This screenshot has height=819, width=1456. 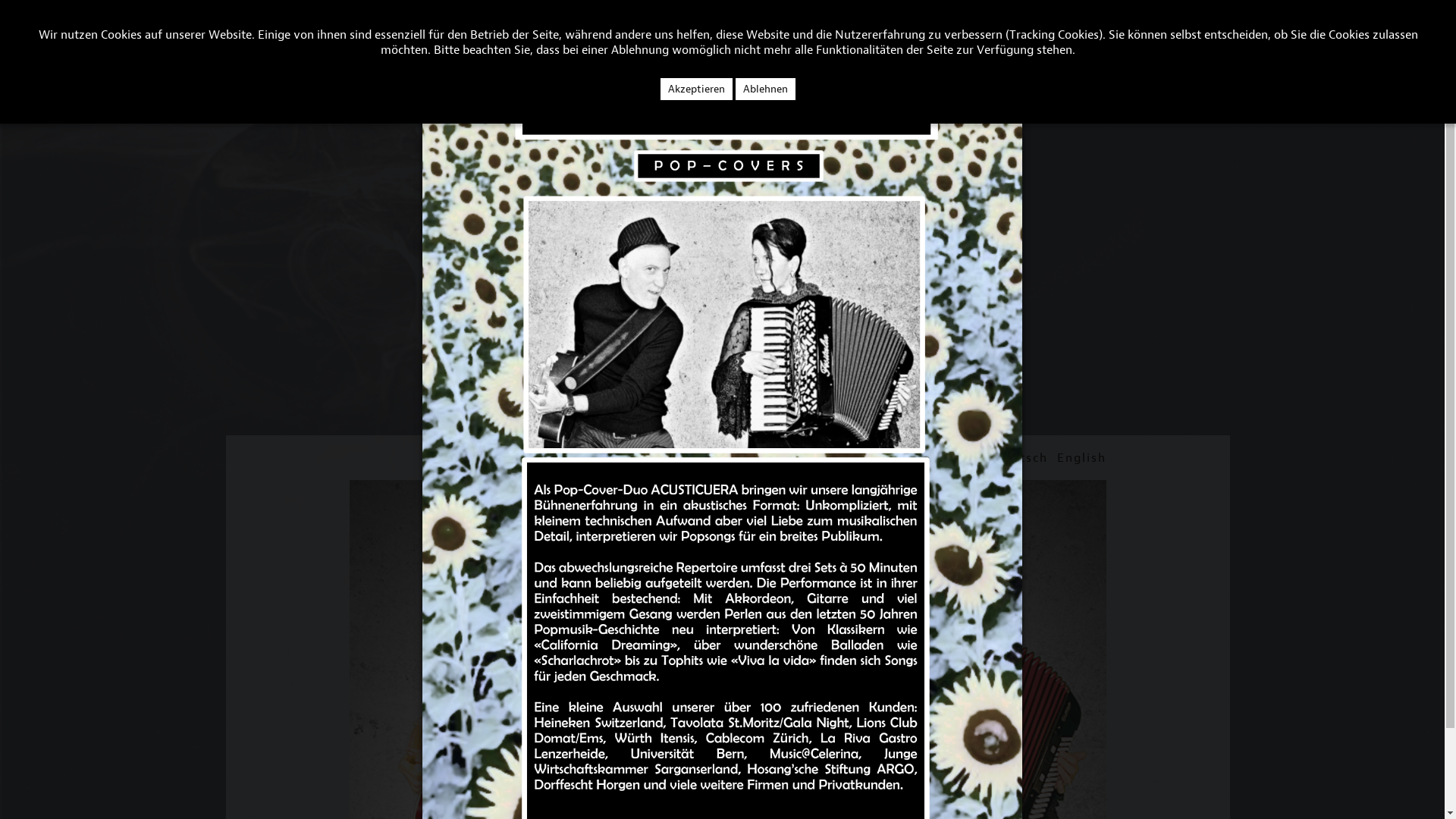 What do you see at coordinates (25, 42) in the screenshot?
I see `'ABOUT'` at bounding box center [25, 42].